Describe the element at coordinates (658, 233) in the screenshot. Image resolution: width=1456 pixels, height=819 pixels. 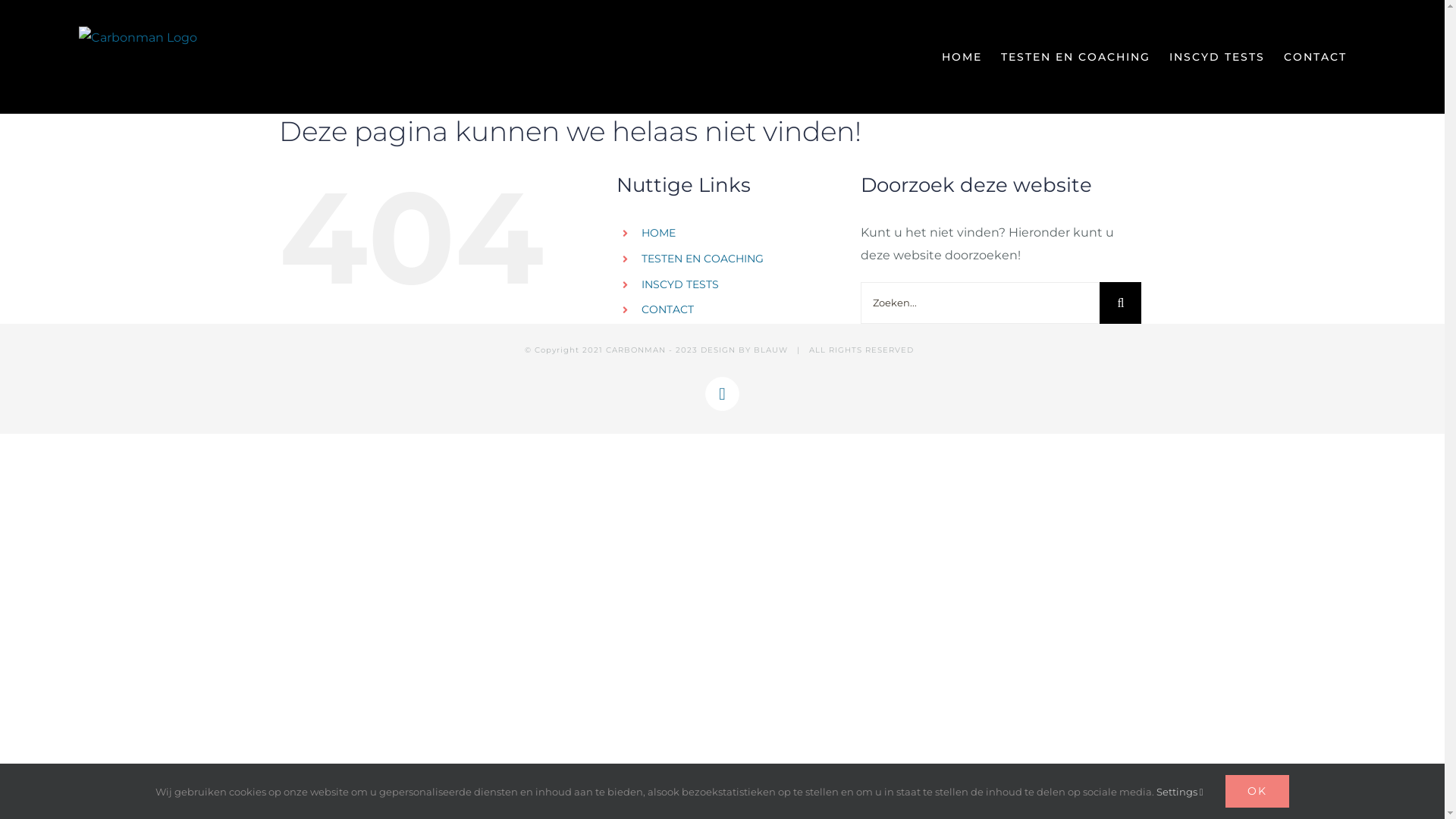
I see `'HOME'` at that location.